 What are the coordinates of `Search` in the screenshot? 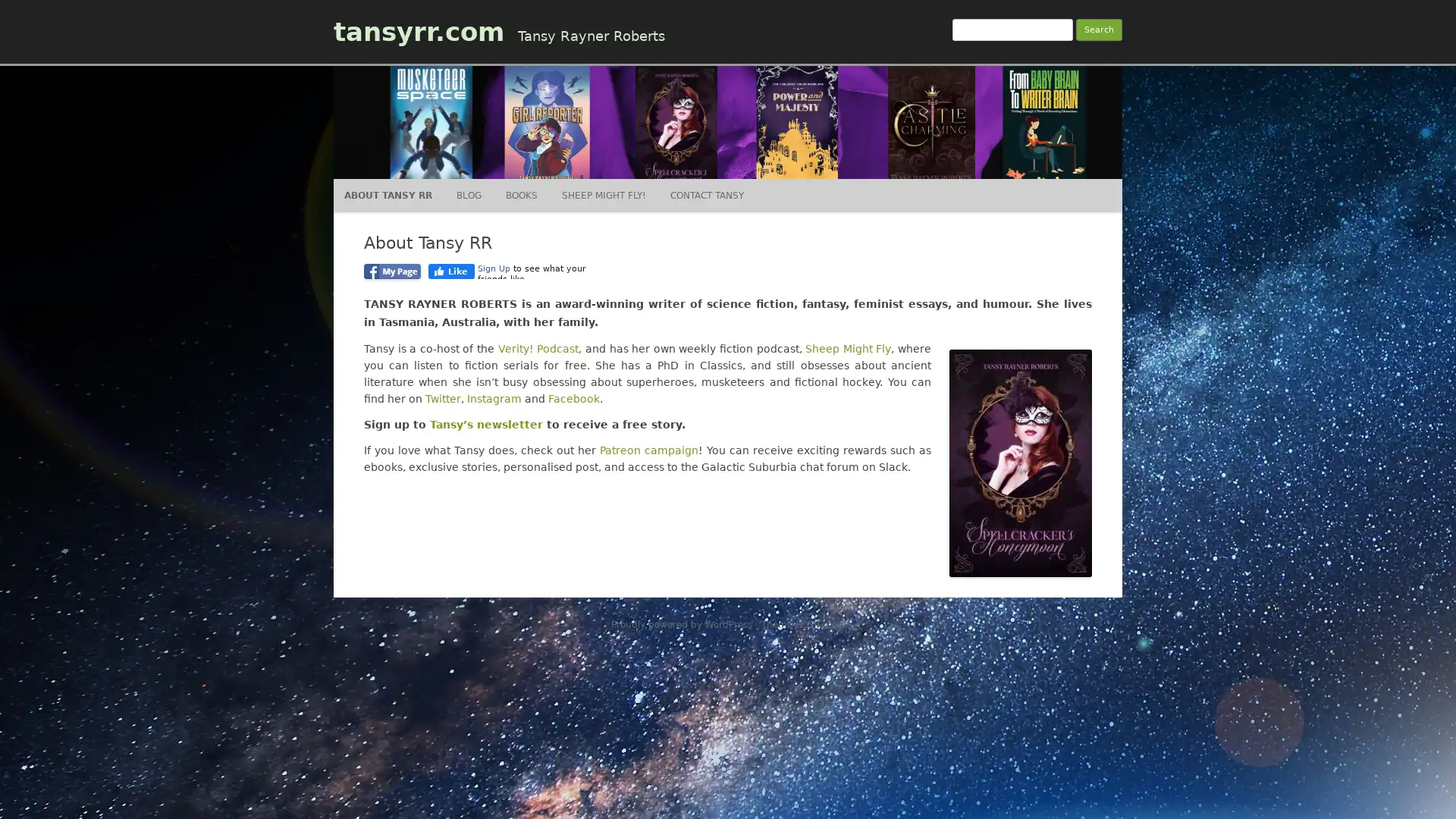 It's located at (1099, 30).